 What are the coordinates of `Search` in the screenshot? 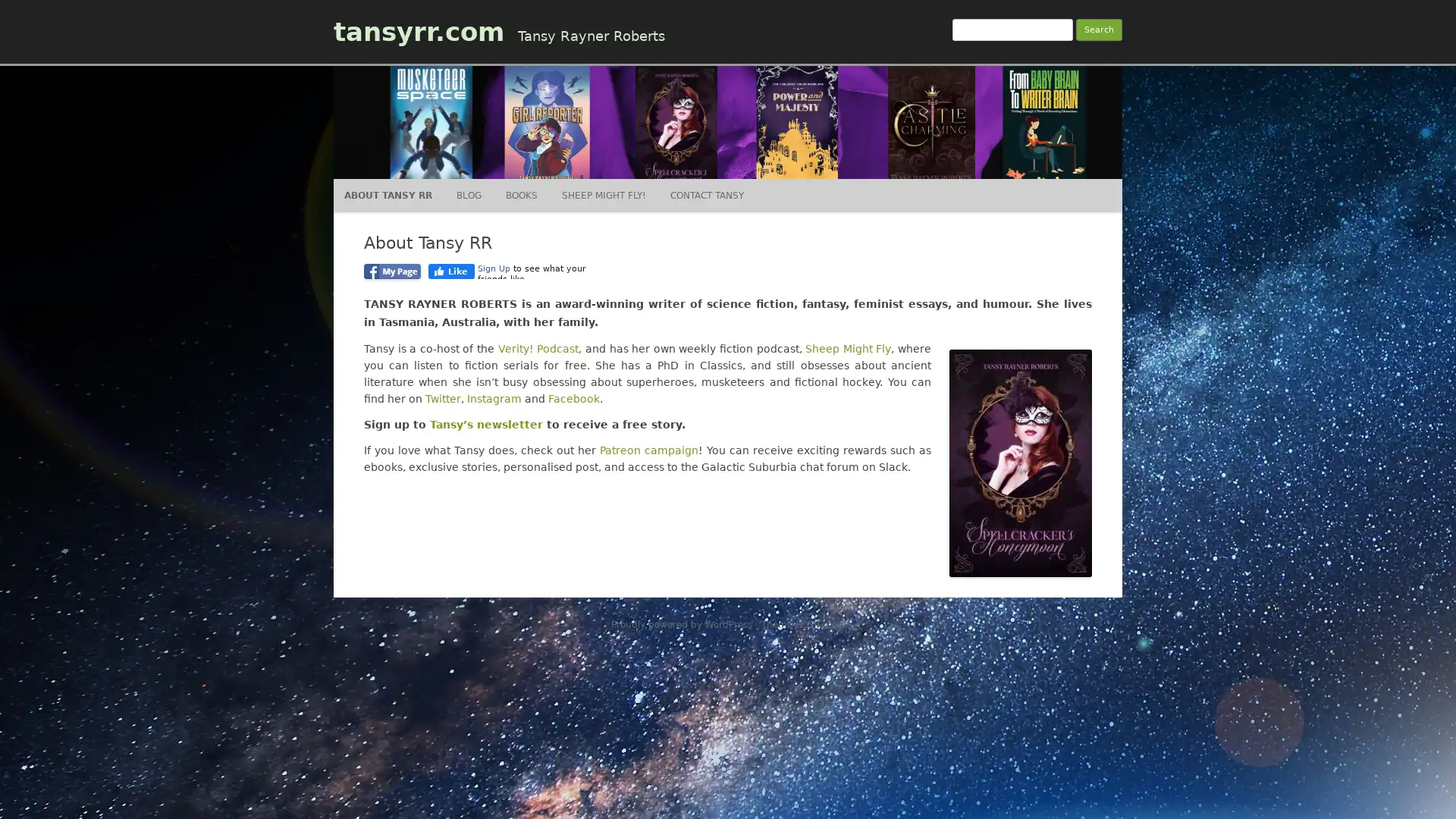 It's located at (1099, 30).